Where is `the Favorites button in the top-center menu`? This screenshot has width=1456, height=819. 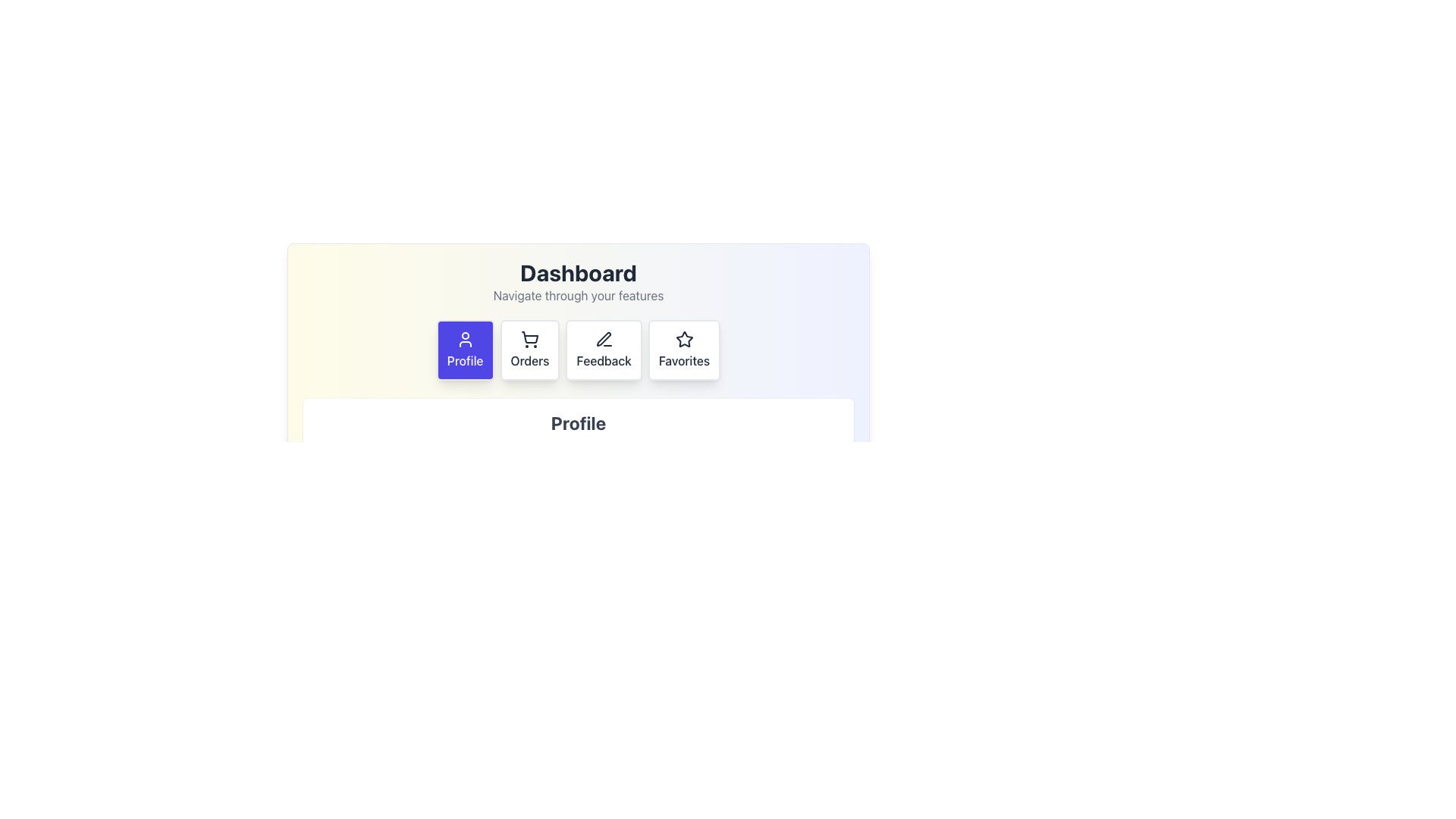
the Favorites button in the top-center menu is located at coordinates (683, 350).